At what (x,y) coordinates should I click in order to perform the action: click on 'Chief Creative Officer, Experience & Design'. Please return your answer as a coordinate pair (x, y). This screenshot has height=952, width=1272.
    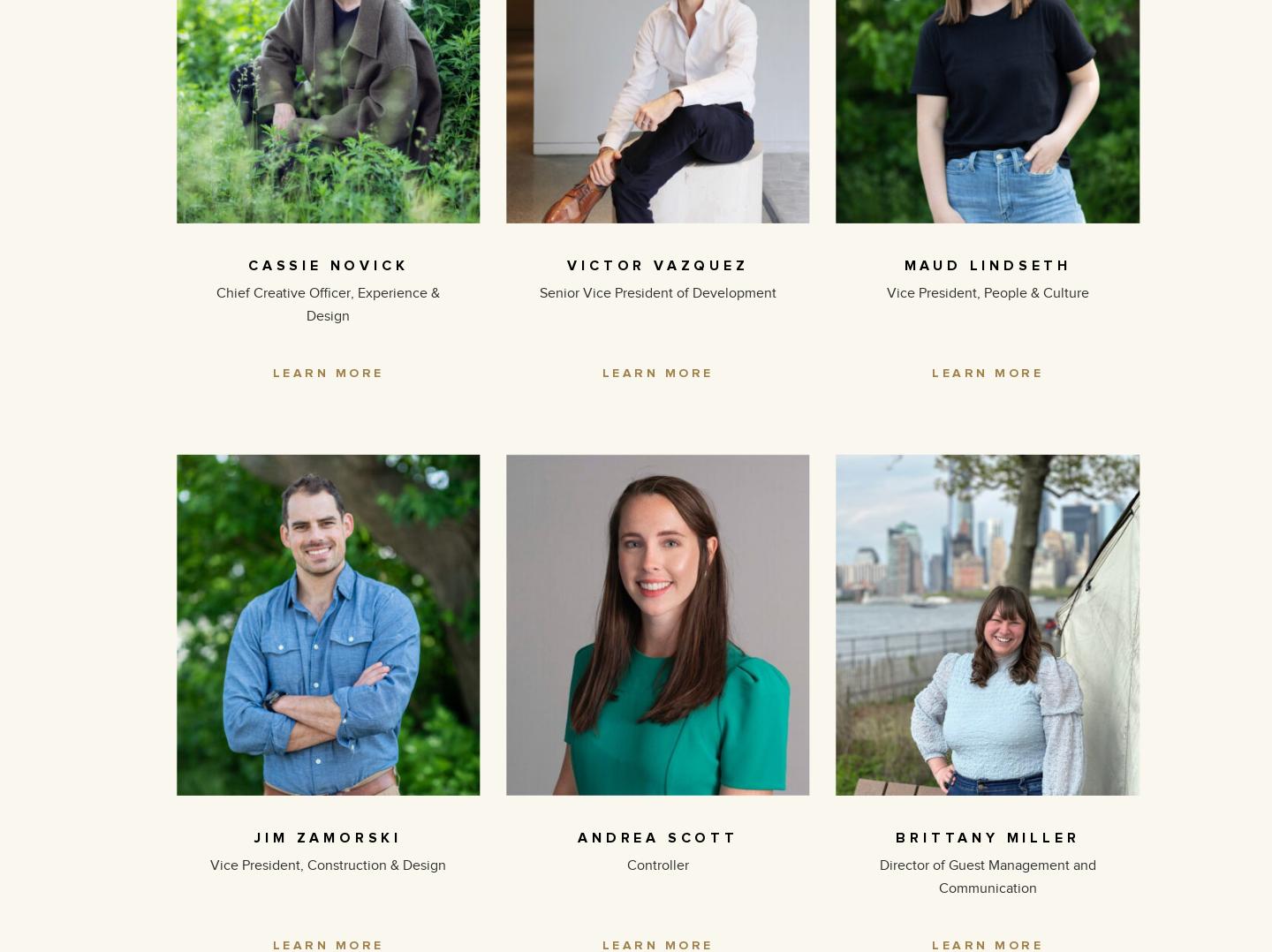
    Looking at the image, I should click on (215, 302).